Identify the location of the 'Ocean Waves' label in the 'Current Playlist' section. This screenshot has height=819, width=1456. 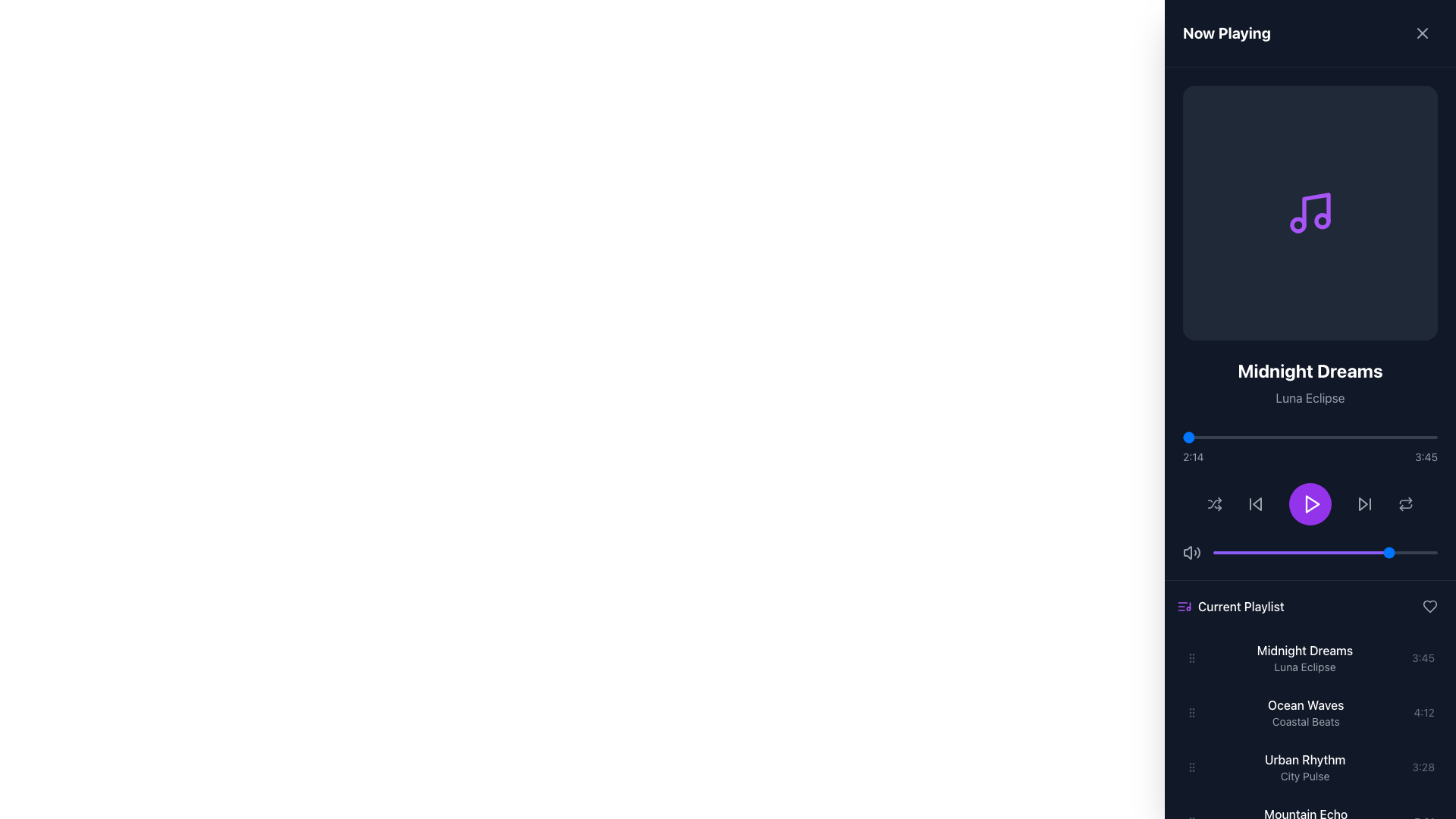
(1305, 713).